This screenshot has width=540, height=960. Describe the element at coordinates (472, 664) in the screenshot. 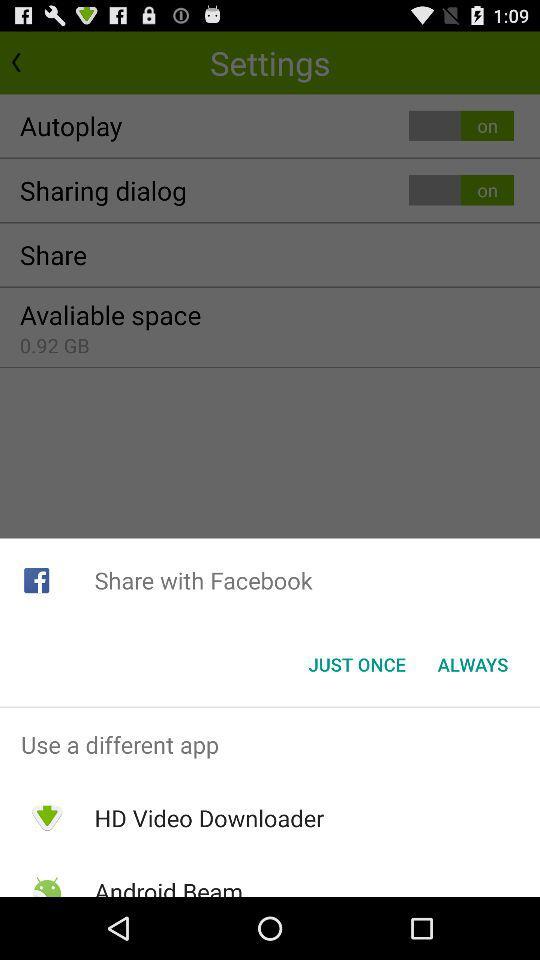

I see `always` at that location.